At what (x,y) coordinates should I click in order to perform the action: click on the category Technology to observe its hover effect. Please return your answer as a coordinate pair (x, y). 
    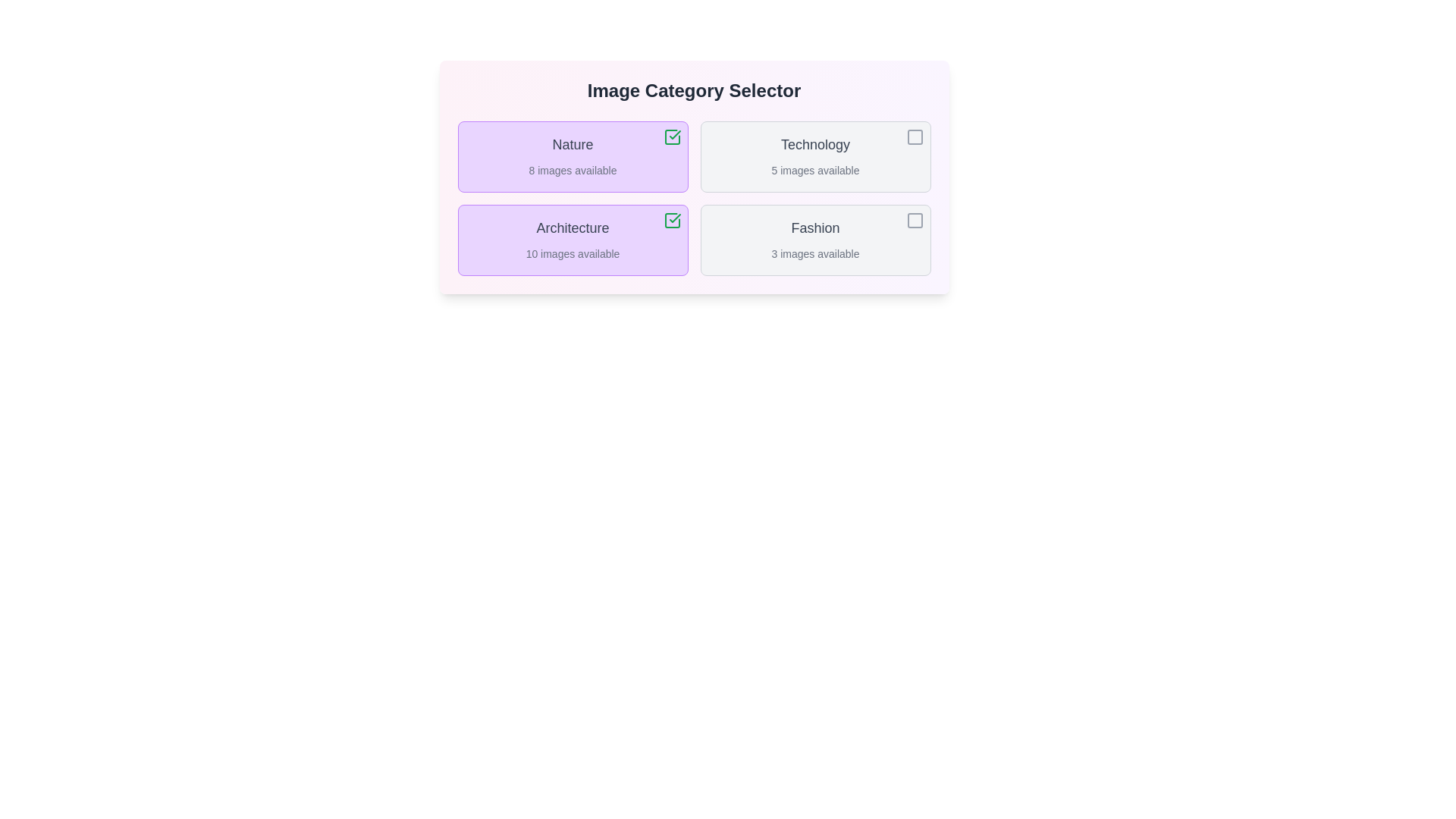
    Looking at the image, I should click on (814, 157).